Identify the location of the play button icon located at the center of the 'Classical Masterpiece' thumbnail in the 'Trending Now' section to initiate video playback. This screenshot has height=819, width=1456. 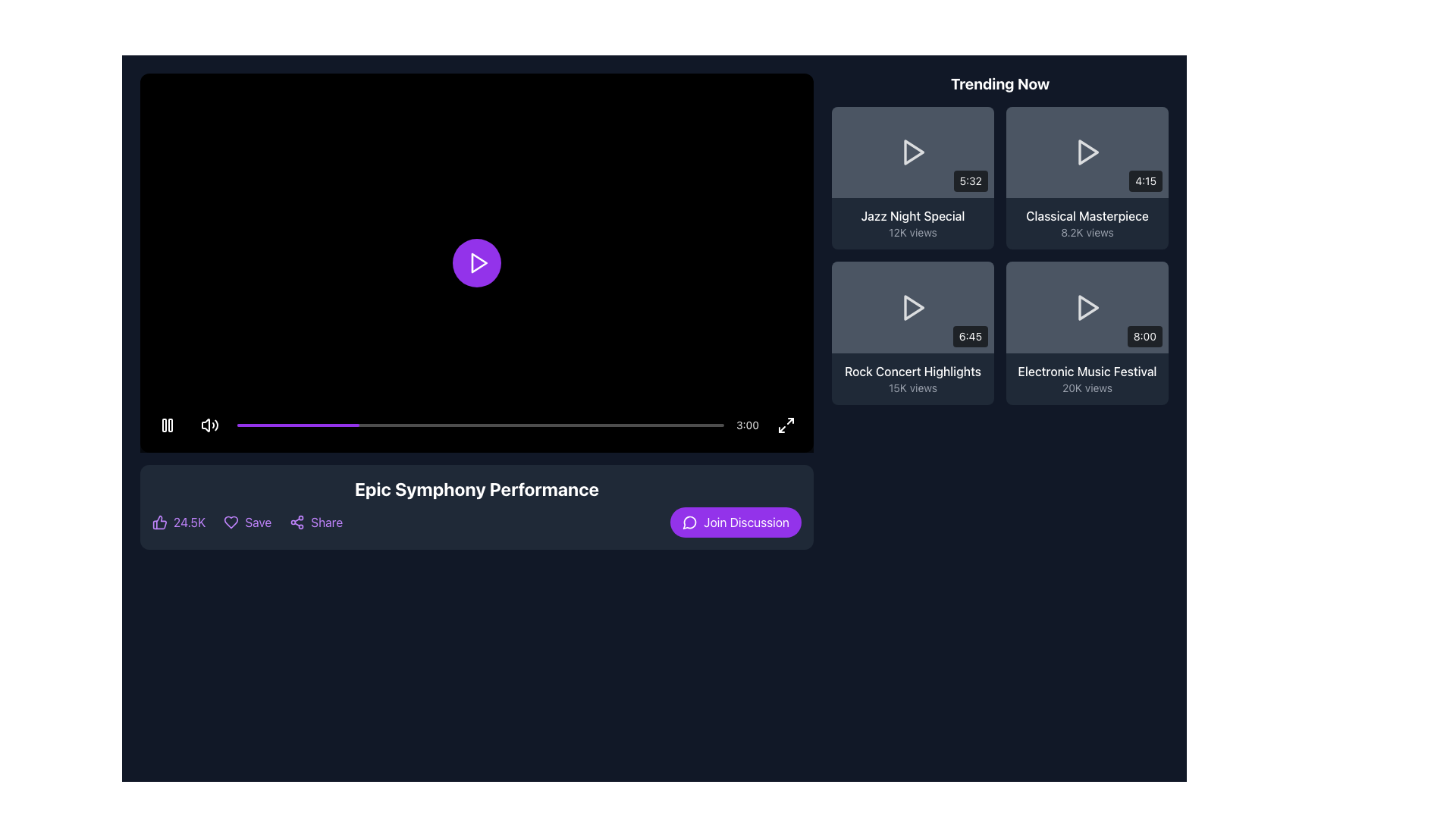
(1087, 152).